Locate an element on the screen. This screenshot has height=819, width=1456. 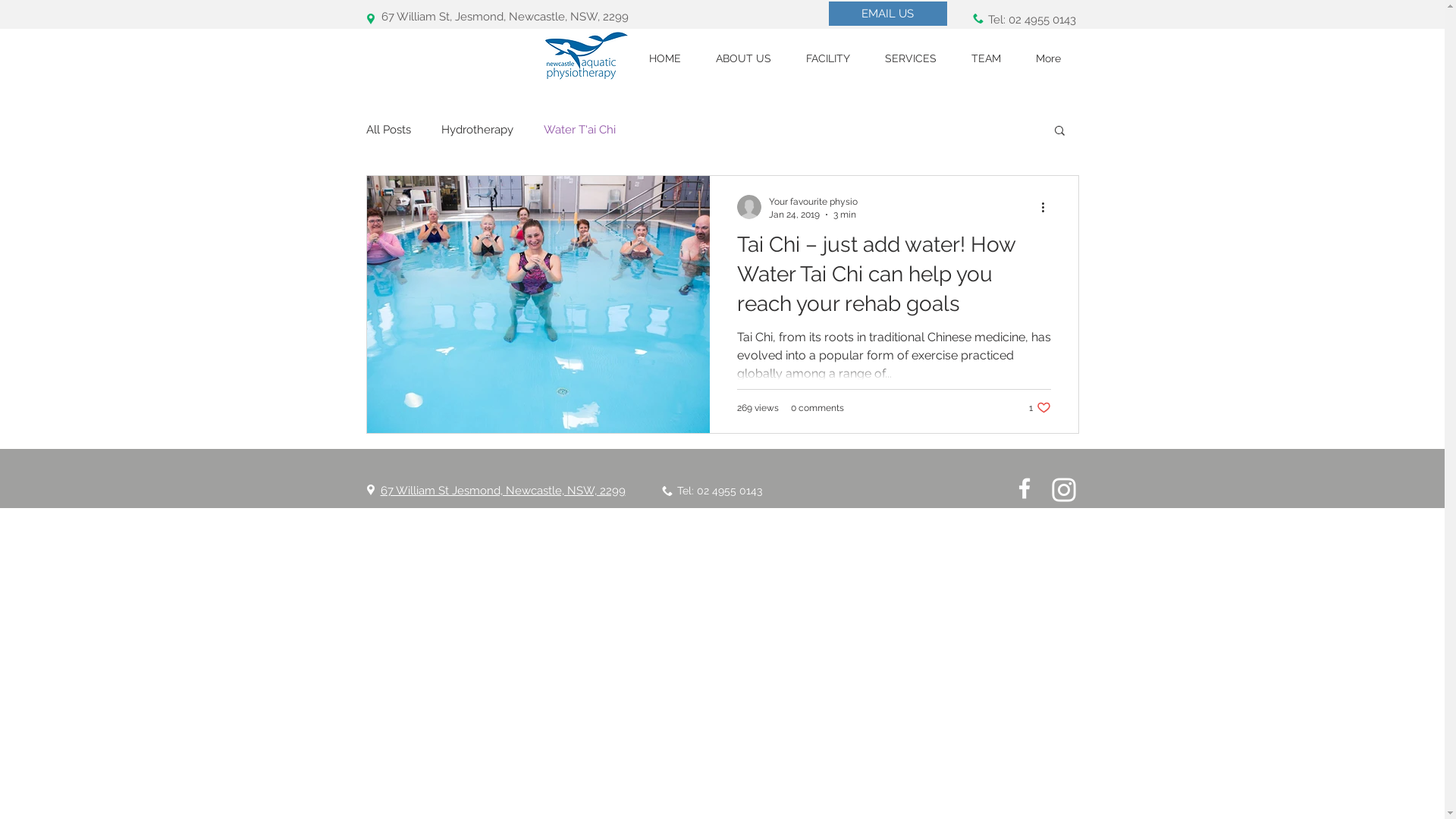
'FACILITY' is located at coordinates (789, 58).